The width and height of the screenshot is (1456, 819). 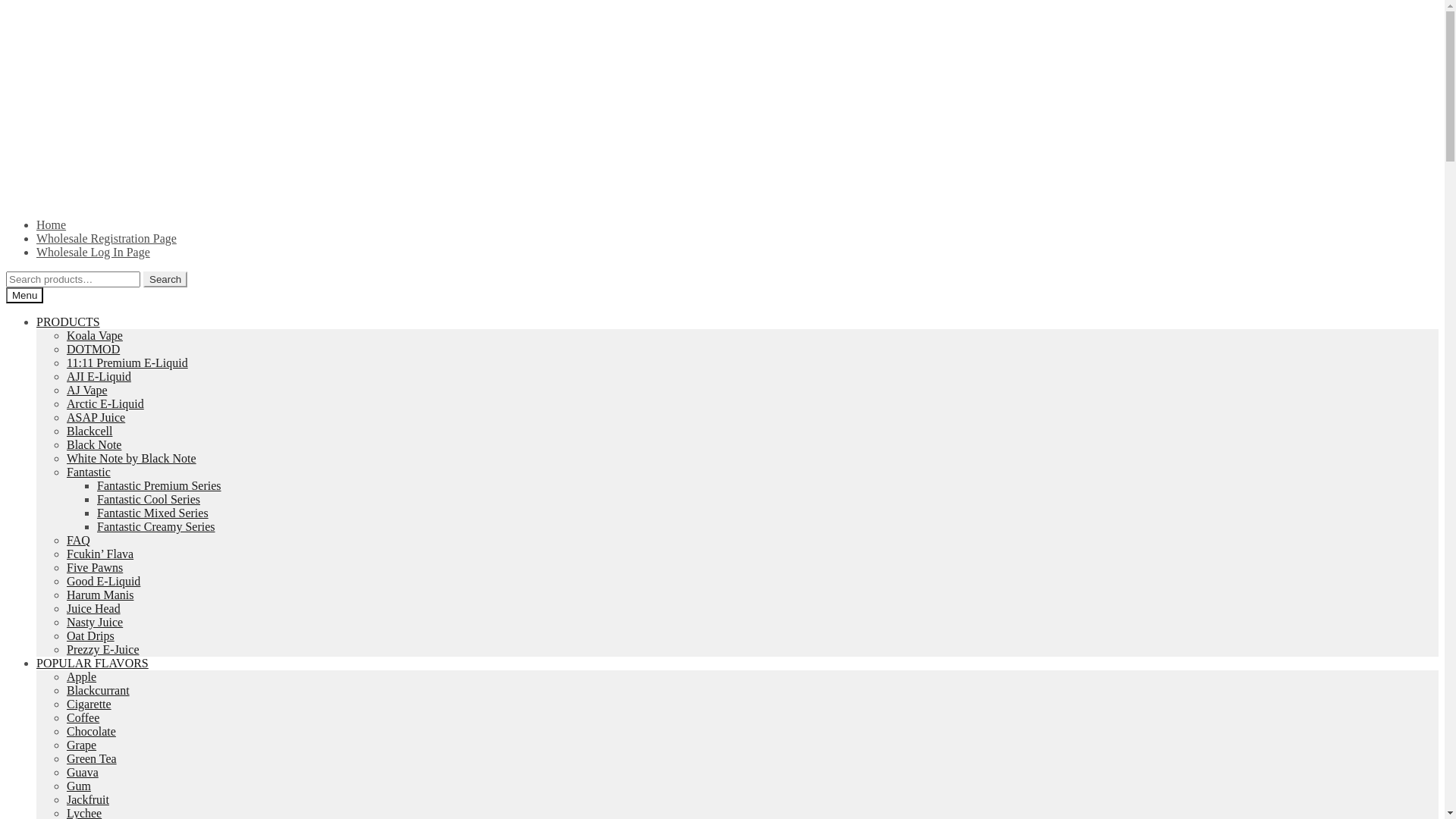 I want to click on 'PRODUCTS', so click(x=67, y=321).